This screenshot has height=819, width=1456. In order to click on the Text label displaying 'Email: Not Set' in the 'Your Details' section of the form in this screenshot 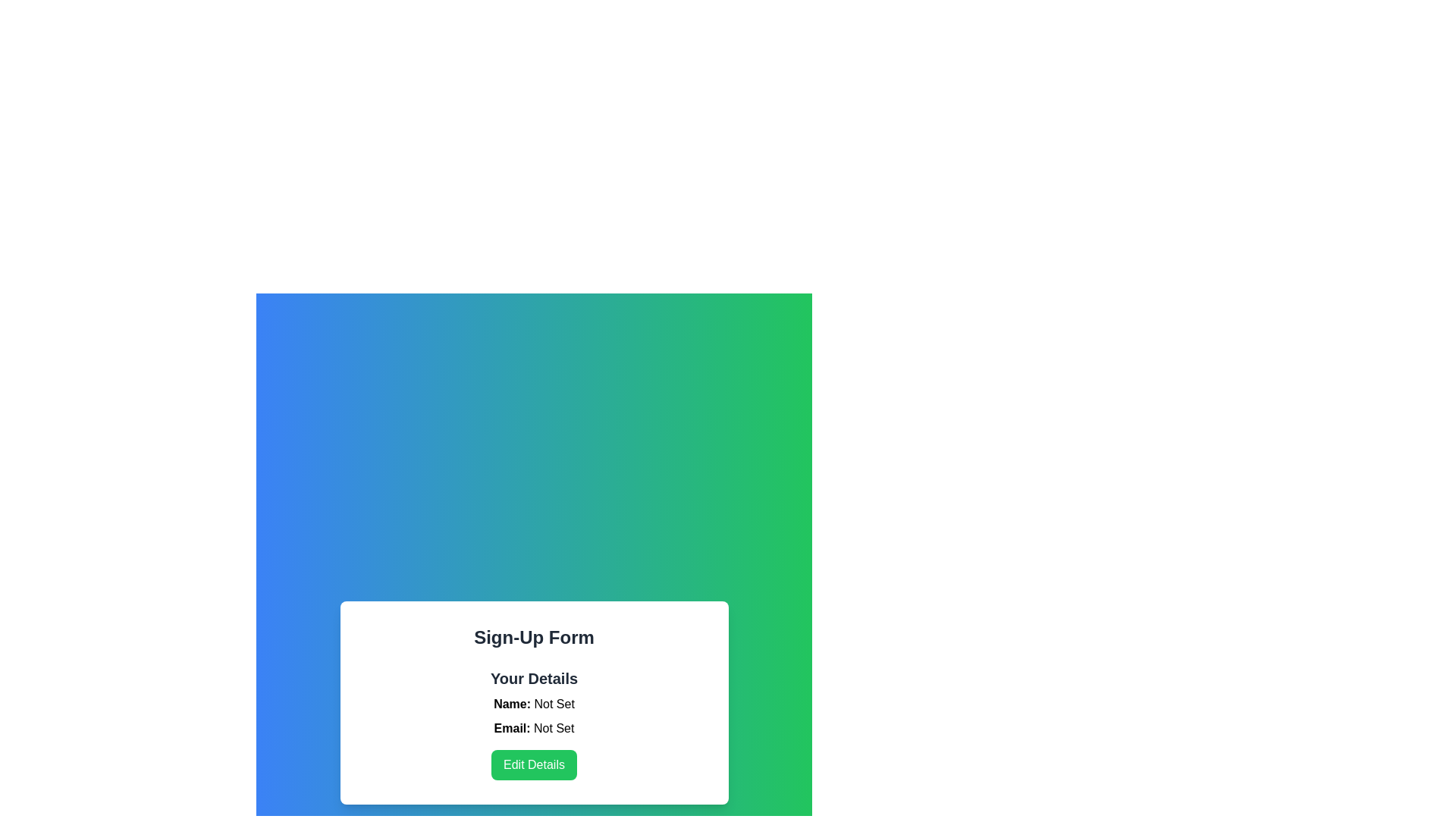, I will do `click(534, 727)`.